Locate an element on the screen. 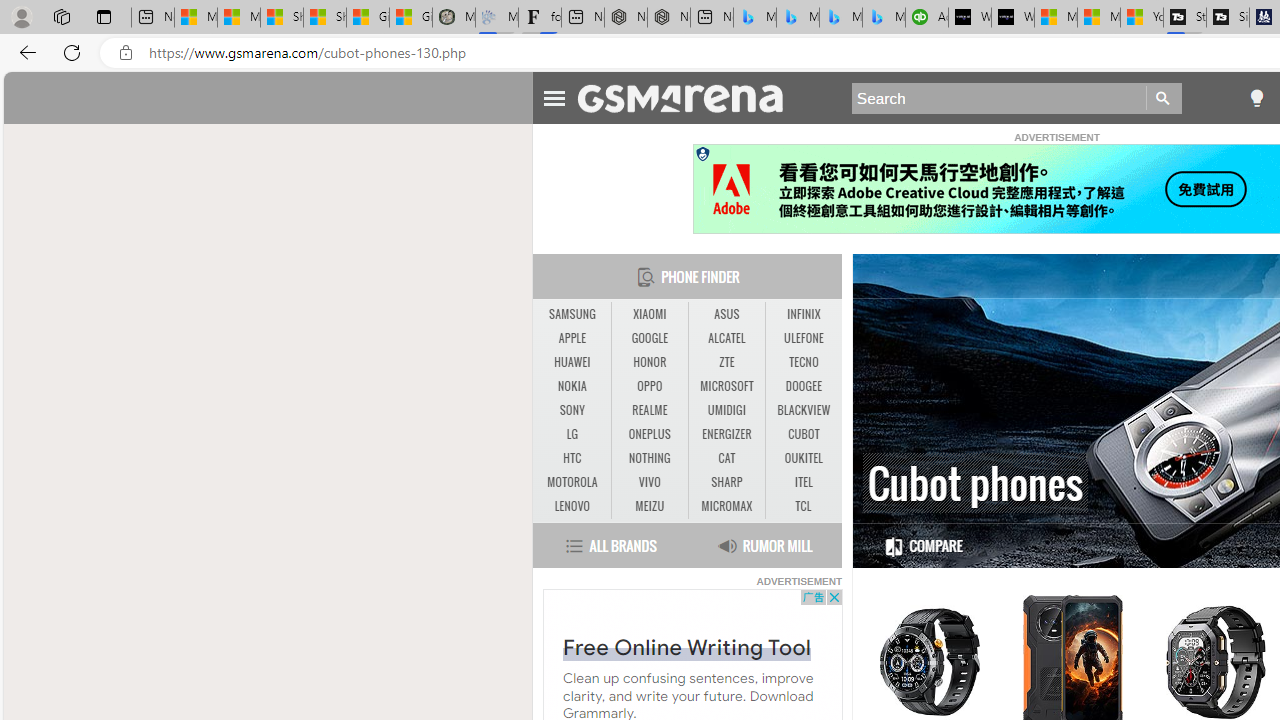  'HTC' is located at coordinates (571, 458).